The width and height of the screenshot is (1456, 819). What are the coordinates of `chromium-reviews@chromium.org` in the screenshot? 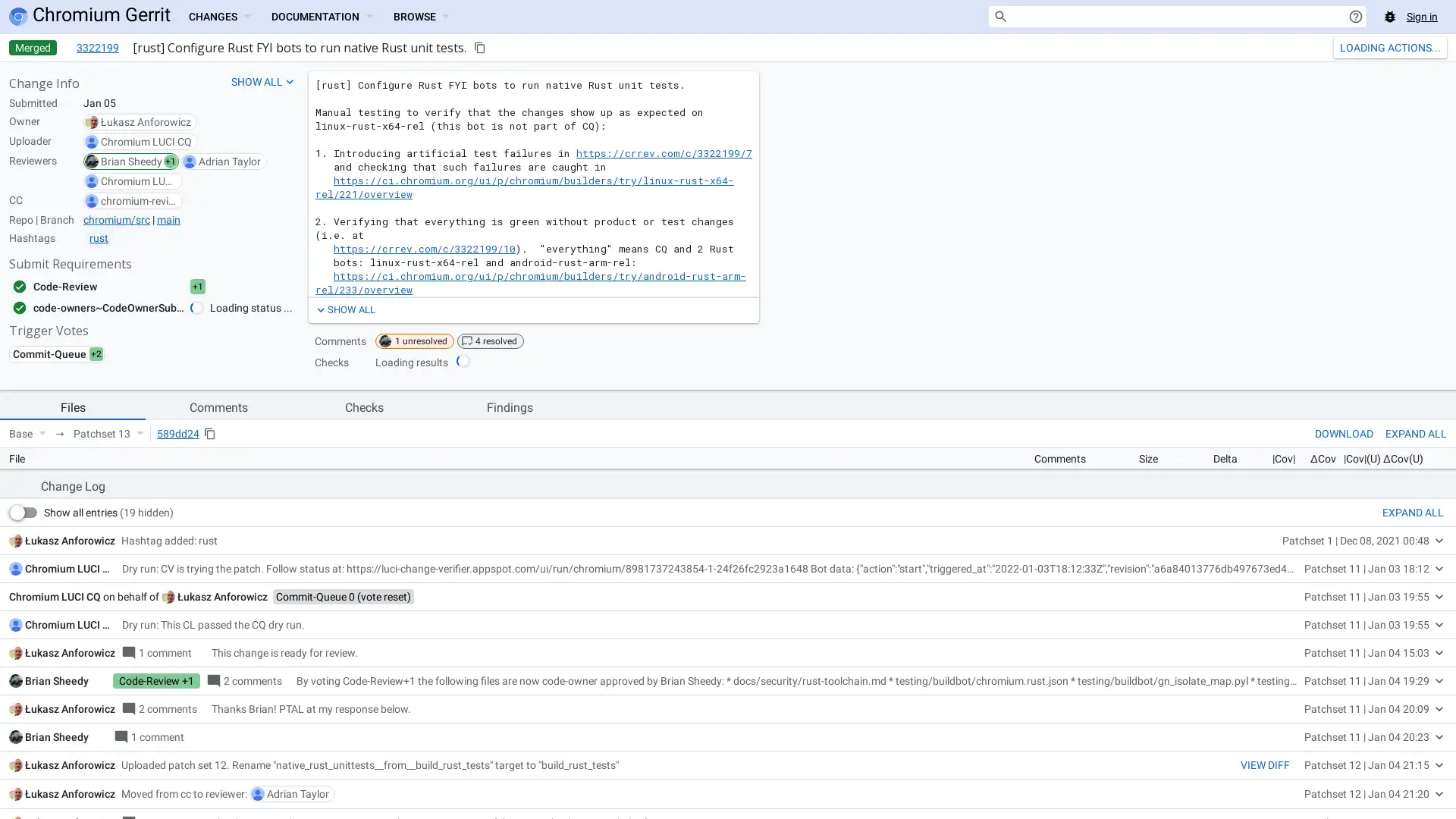 It's located at (138, 200).